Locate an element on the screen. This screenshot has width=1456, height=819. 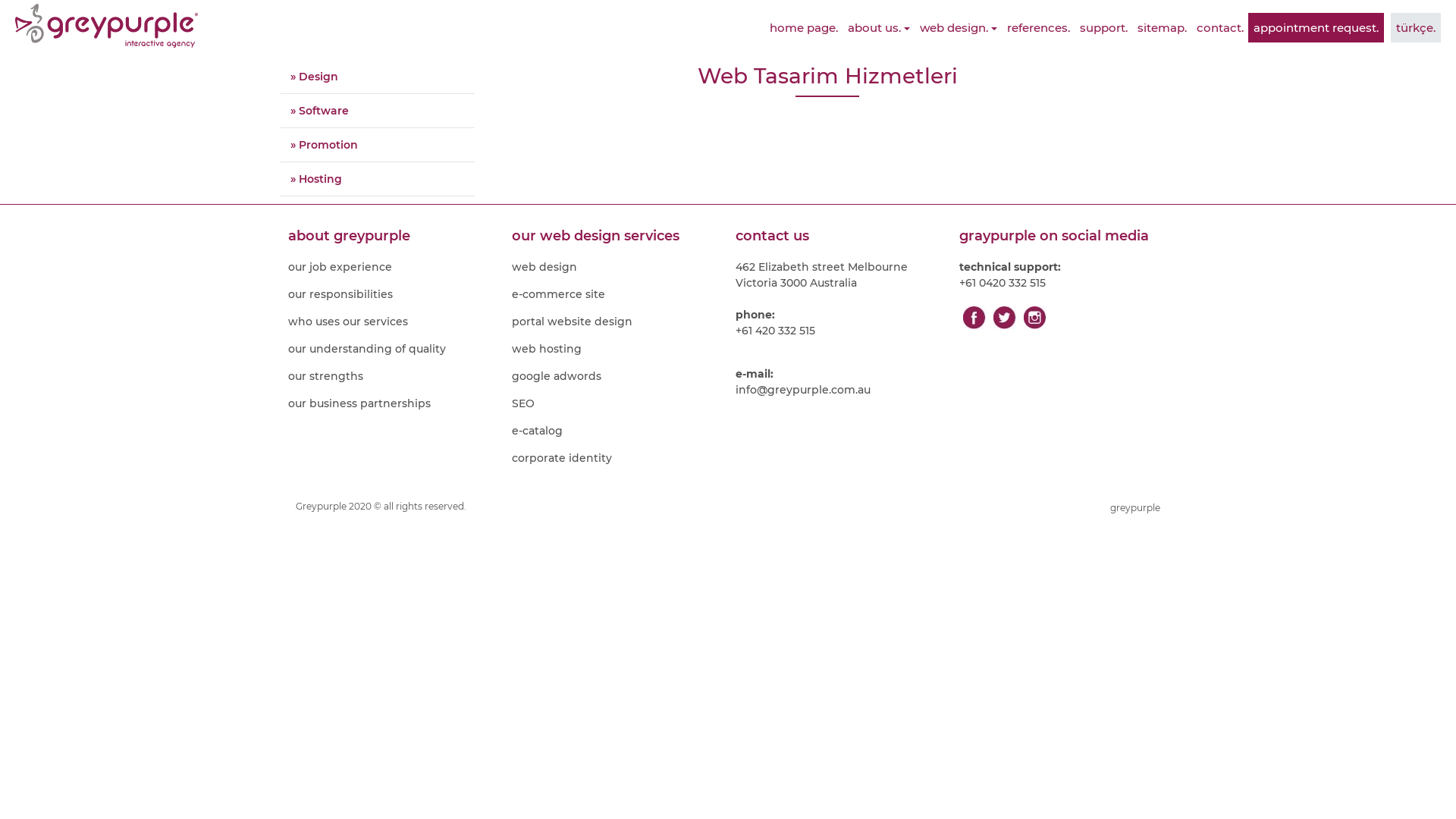
'sitemap.' is located at coordinates (1161, 27).